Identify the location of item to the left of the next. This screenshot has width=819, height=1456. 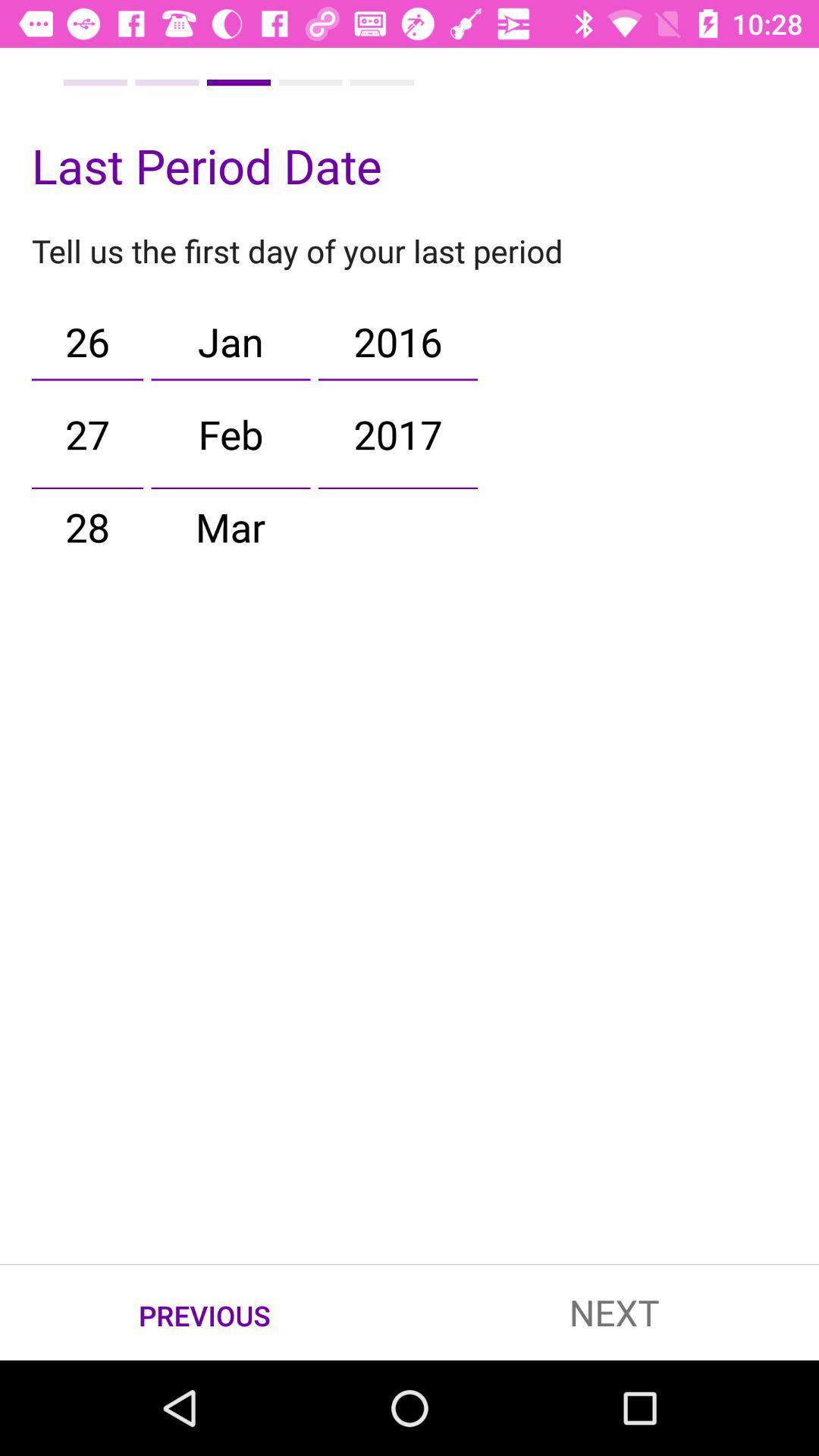
(205, 1313).